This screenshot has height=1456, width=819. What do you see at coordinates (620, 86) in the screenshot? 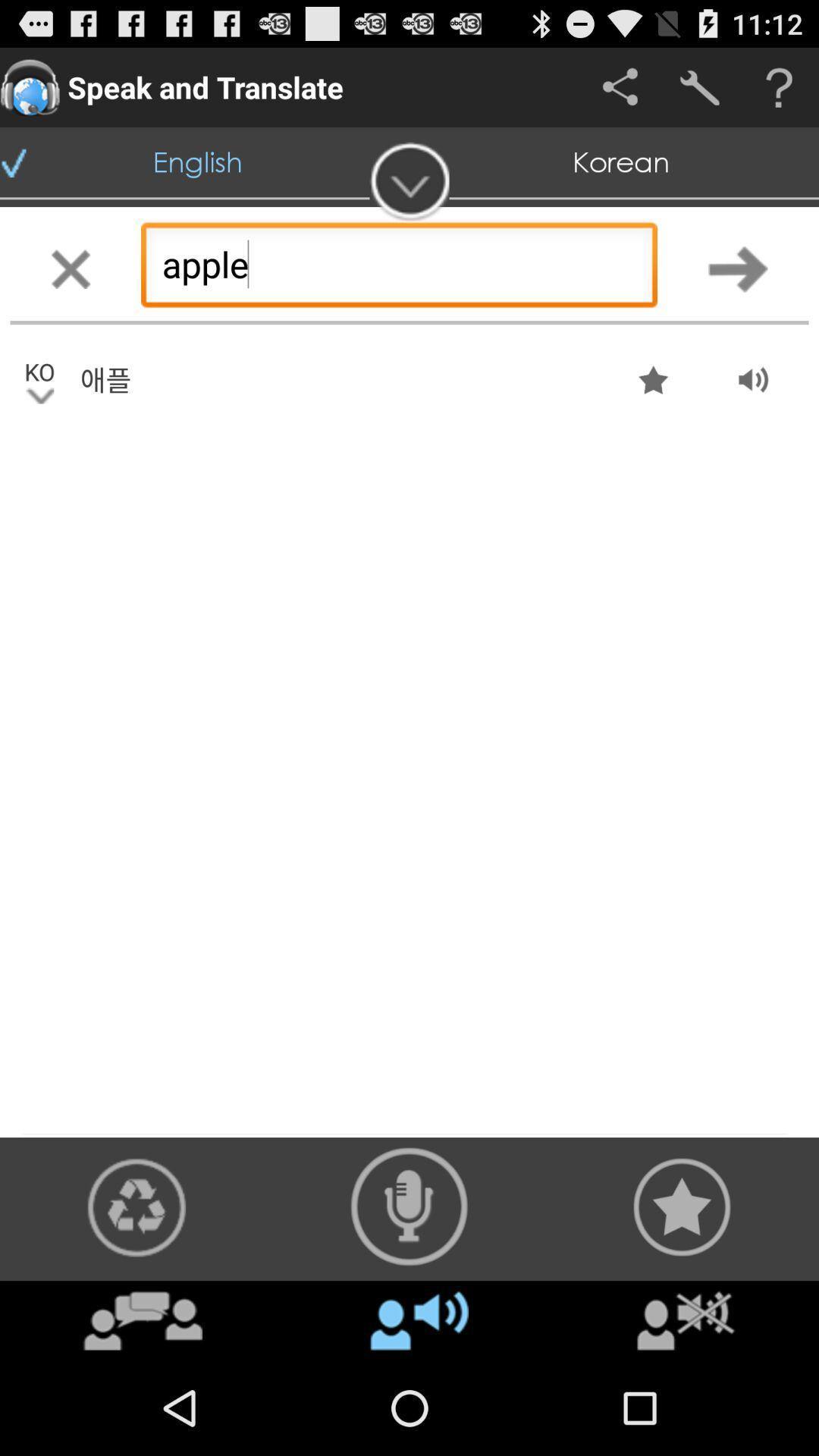
I see `share` at bounding box center [620, 86].